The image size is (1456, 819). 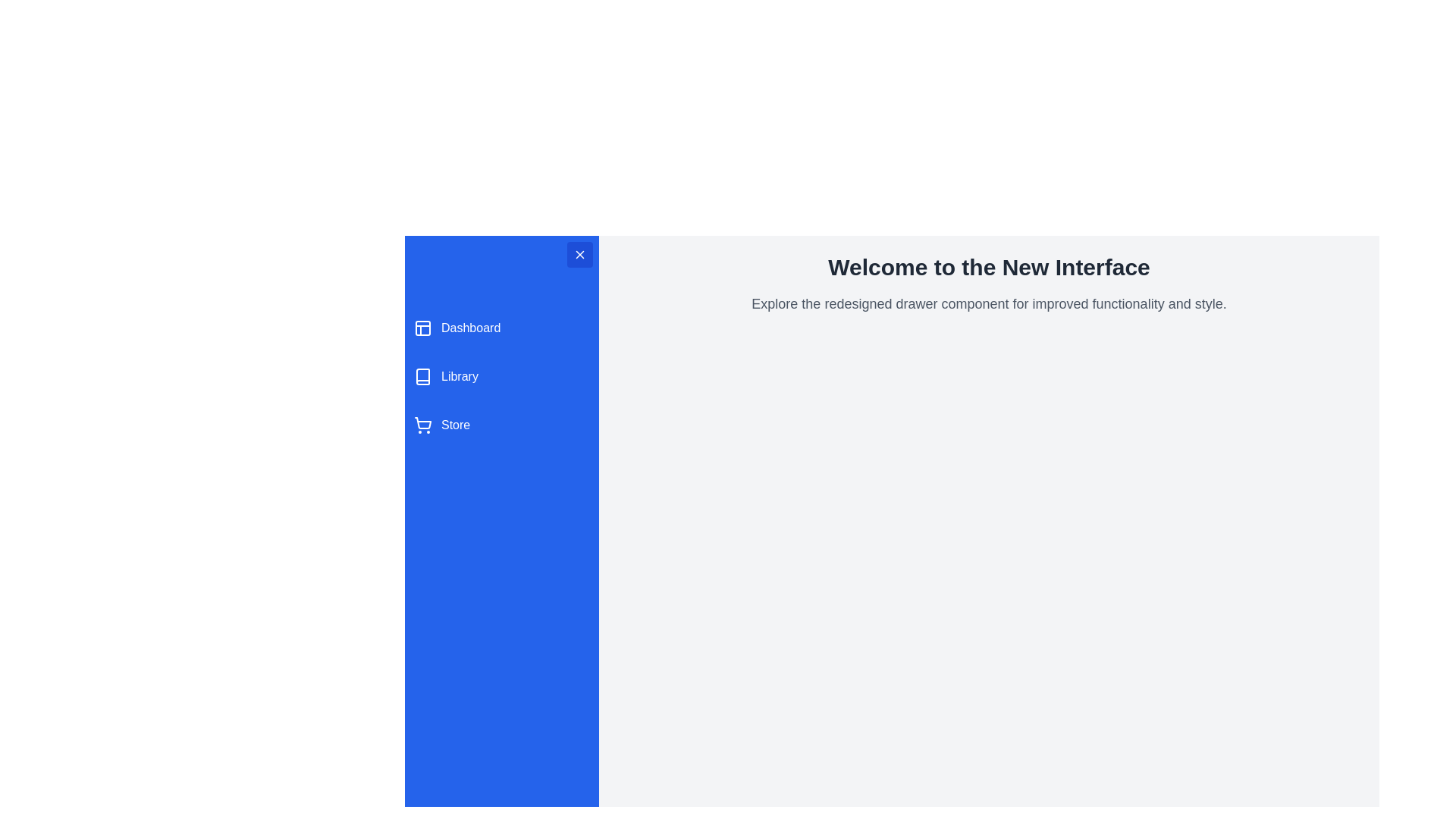 I want to click on the central portion of the 'X' icon in the top-right corner of the blue sidebar, so click(x=579, y=253).